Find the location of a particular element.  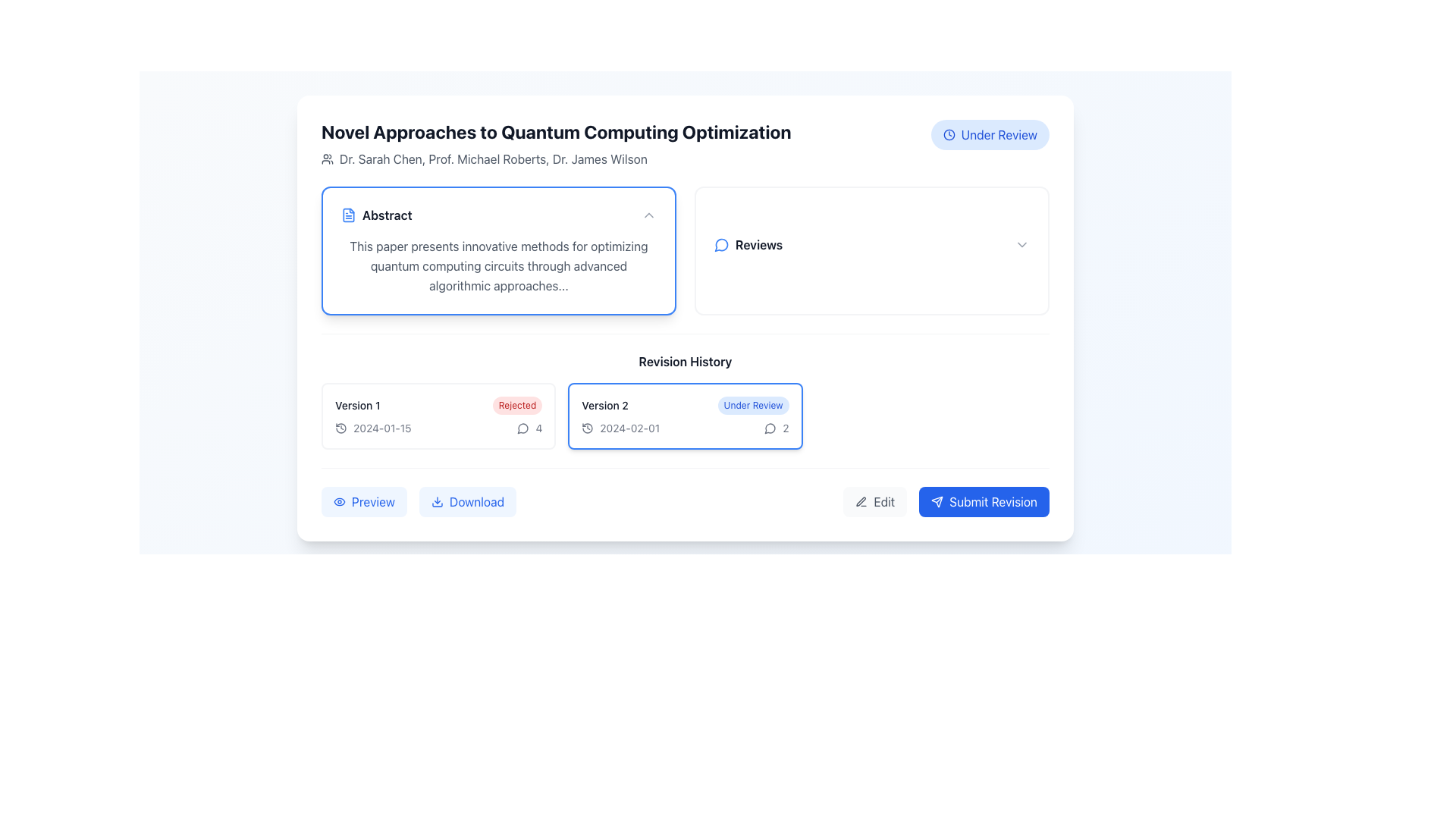

the card labeled 'Version 2' in the 'Revision History' section is located at coordinates (684, 416).